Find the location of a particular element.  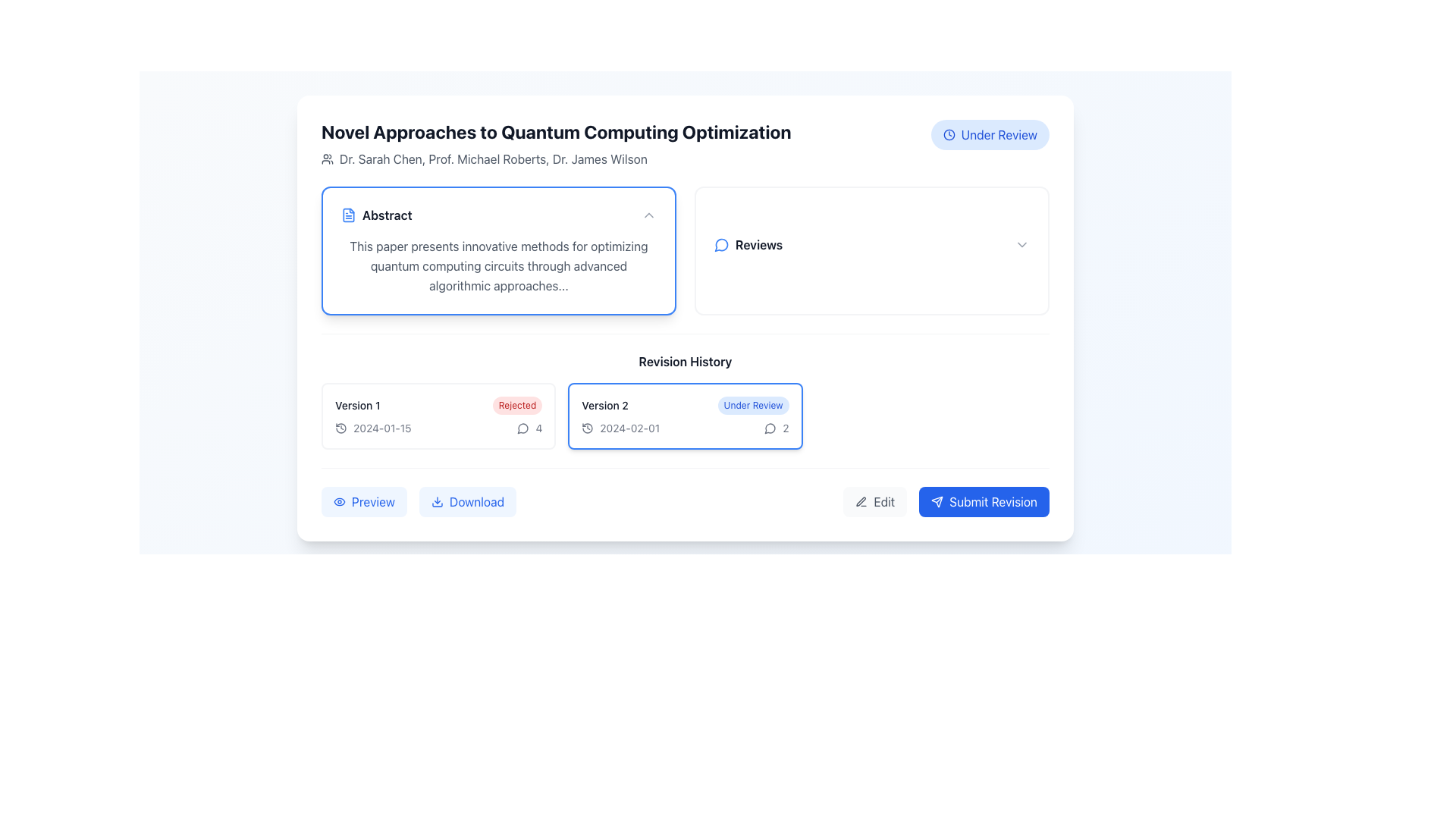

the card labeled 'Version 2' in the 'Revision History' section is located at coordinates (684, 416).